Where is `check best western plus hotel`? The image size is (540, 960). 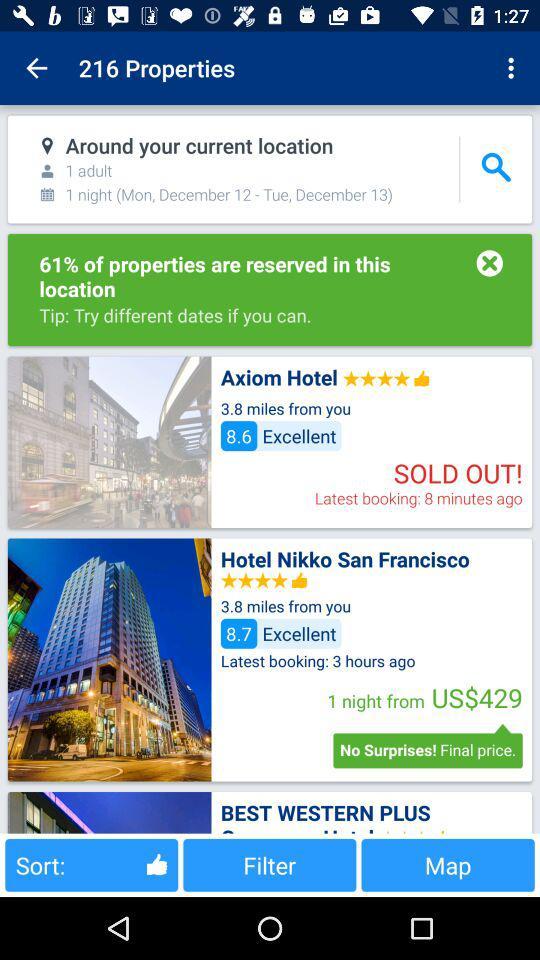
check best western plus hotel is located at coordinates (109, 812).